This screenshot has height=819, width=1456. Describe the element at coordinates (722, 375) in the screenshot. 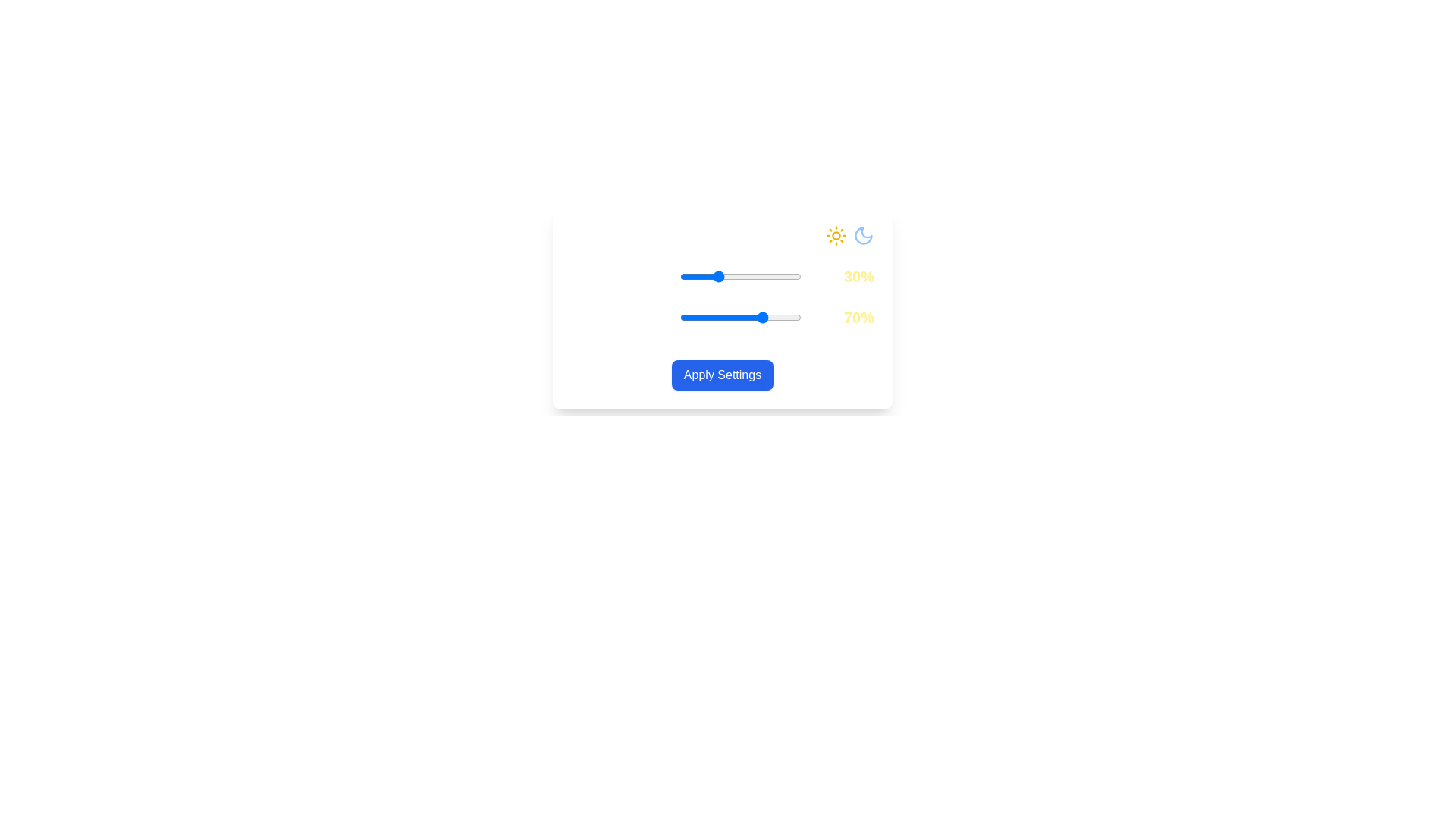

I see `the 'Apply Settings' button to apply the selected settings` at that location.